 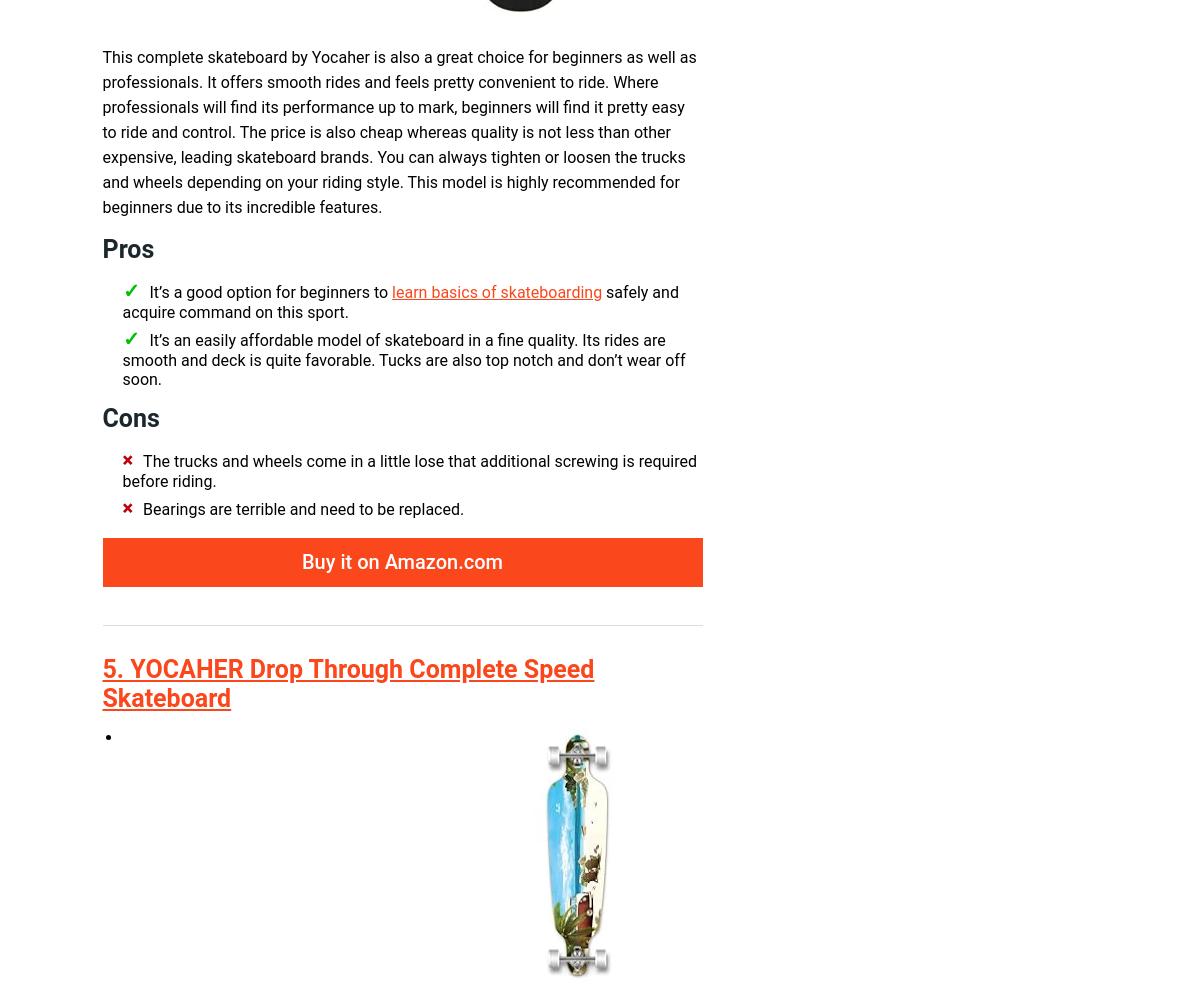 I want to click on 'It’s a good option for beginners to', so click(x=269, y=292).